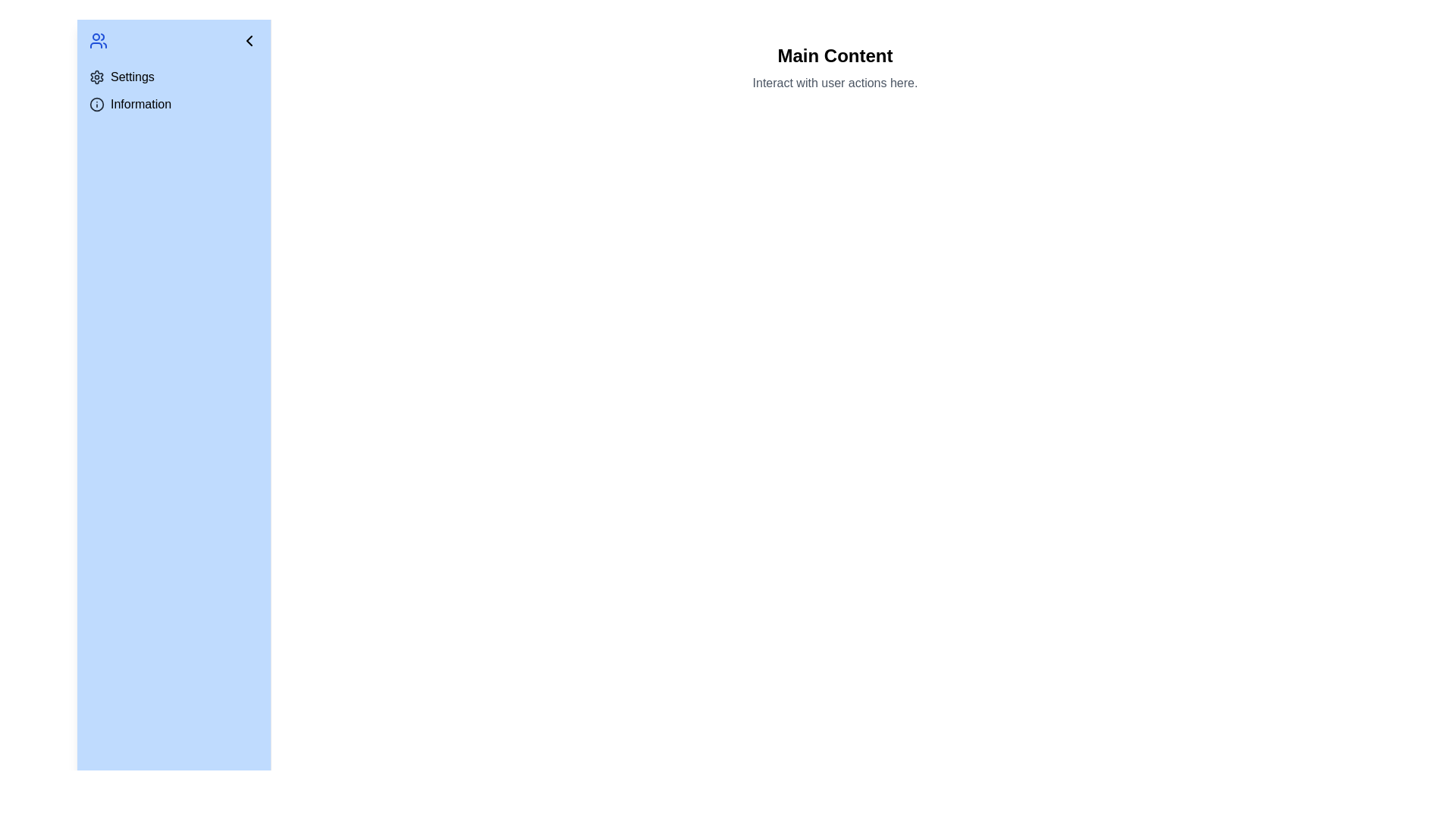  Describe the element at coordinates (96, 104) in the screenshot. I see `the informational icon located in the left sidebar next to the 'Information' text label` at that location.